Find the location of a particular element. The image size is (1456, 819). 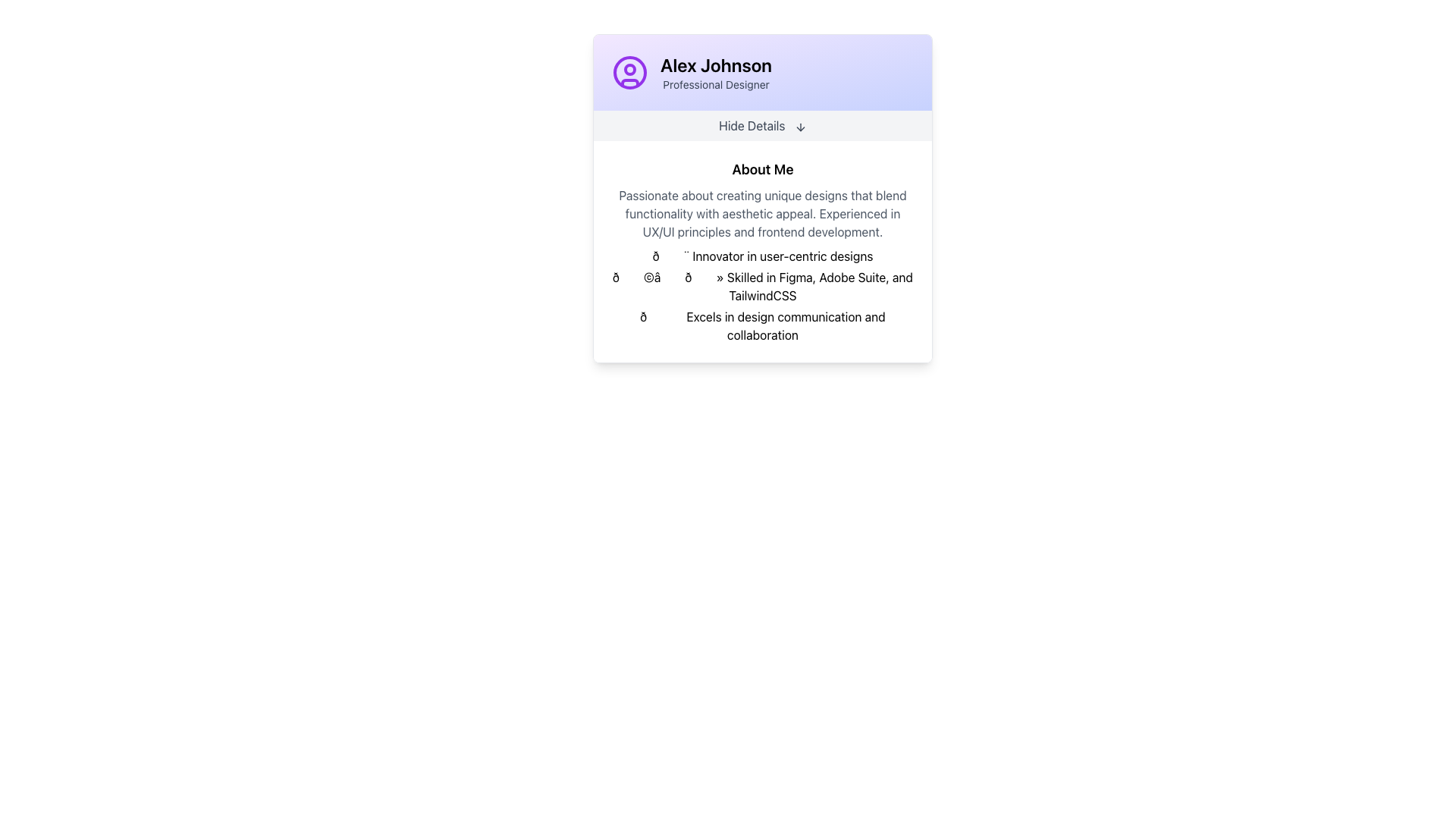

the Text Label displaying 'Alex Johnson' and 'Professional Designer', which is prominently styled and located within a profile card near the top section is located at coordinates (715, 73).